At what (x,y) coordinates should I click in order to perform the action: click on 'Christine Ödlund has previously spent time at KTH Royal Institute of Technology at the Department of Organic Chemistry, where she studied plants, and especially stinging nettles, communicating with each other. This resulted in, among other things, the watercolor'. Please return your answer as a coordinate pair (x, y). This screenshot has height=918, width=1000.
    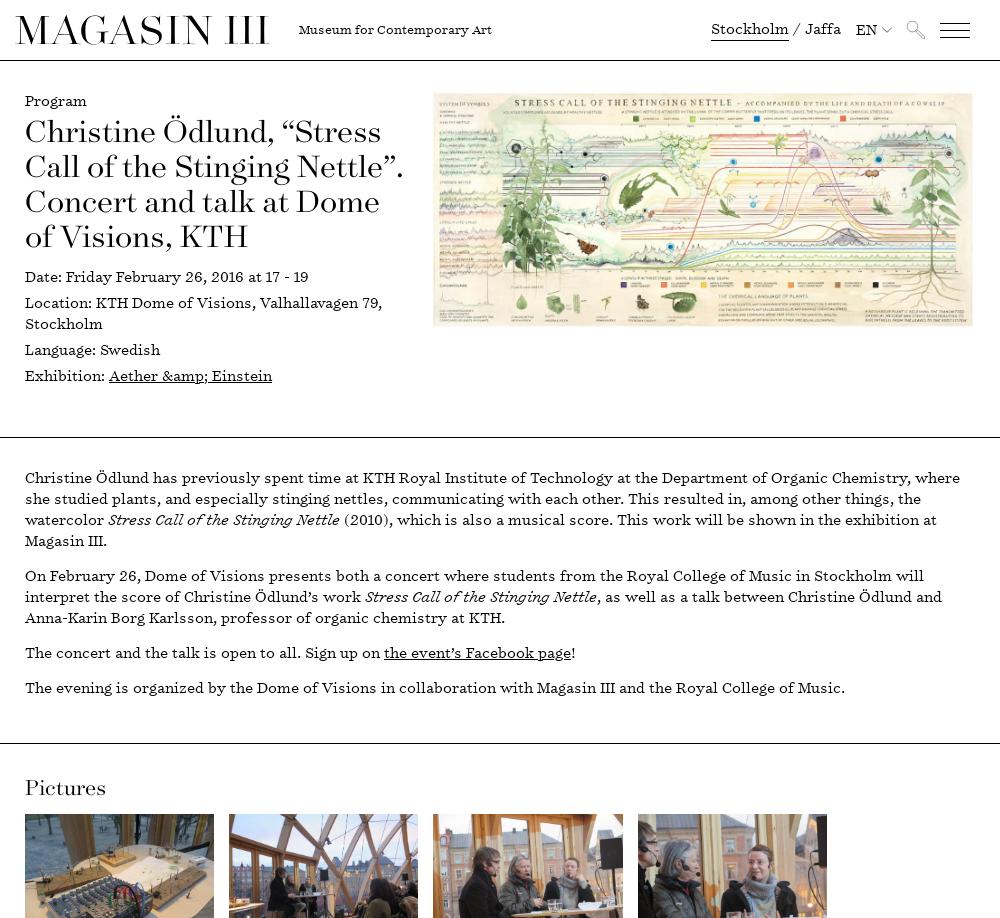
    Looking at the image, I should click on (491, 499).